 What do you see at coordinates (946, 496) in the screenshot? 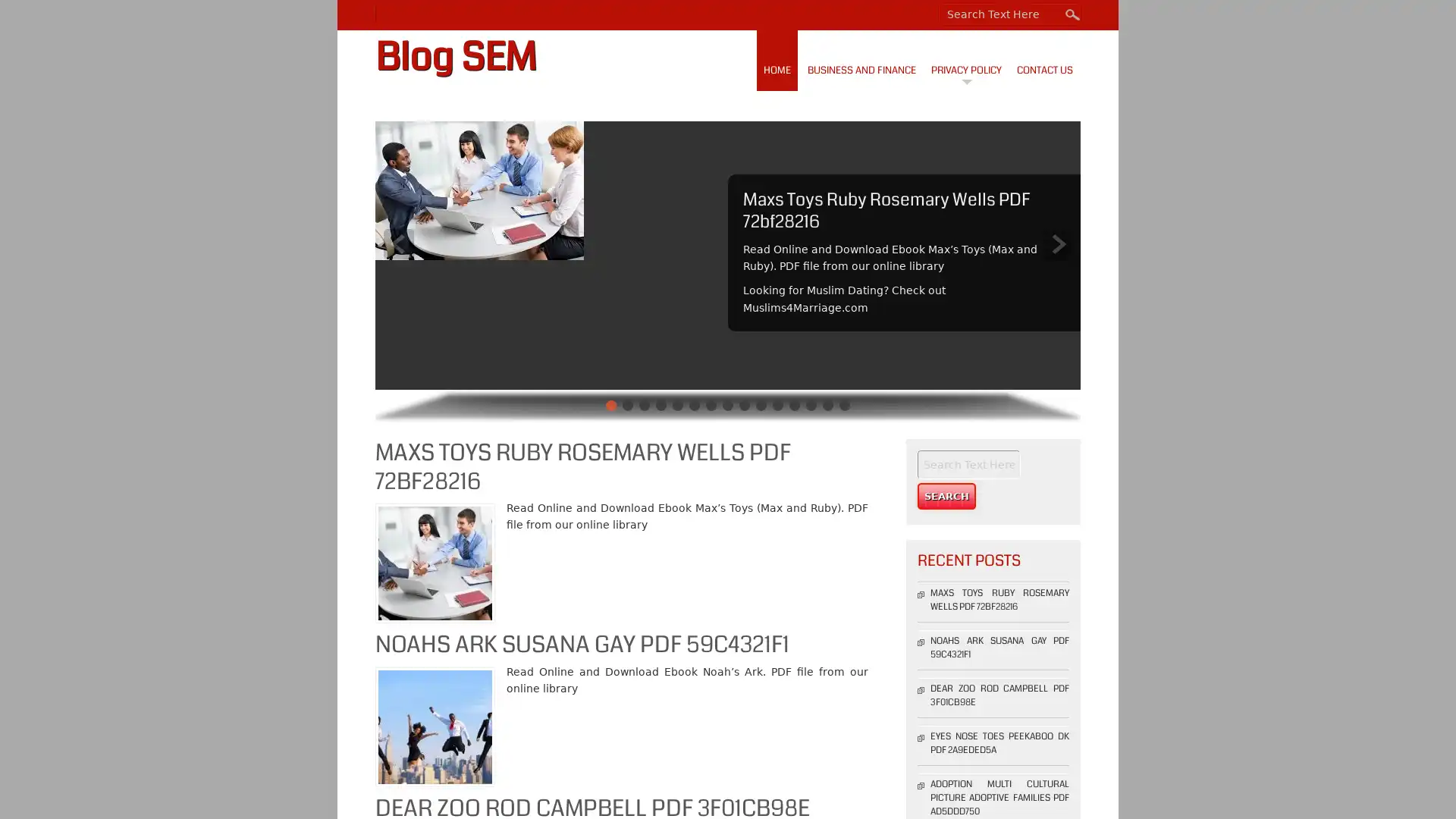
I see `Search` at bounding box center [946, 496].